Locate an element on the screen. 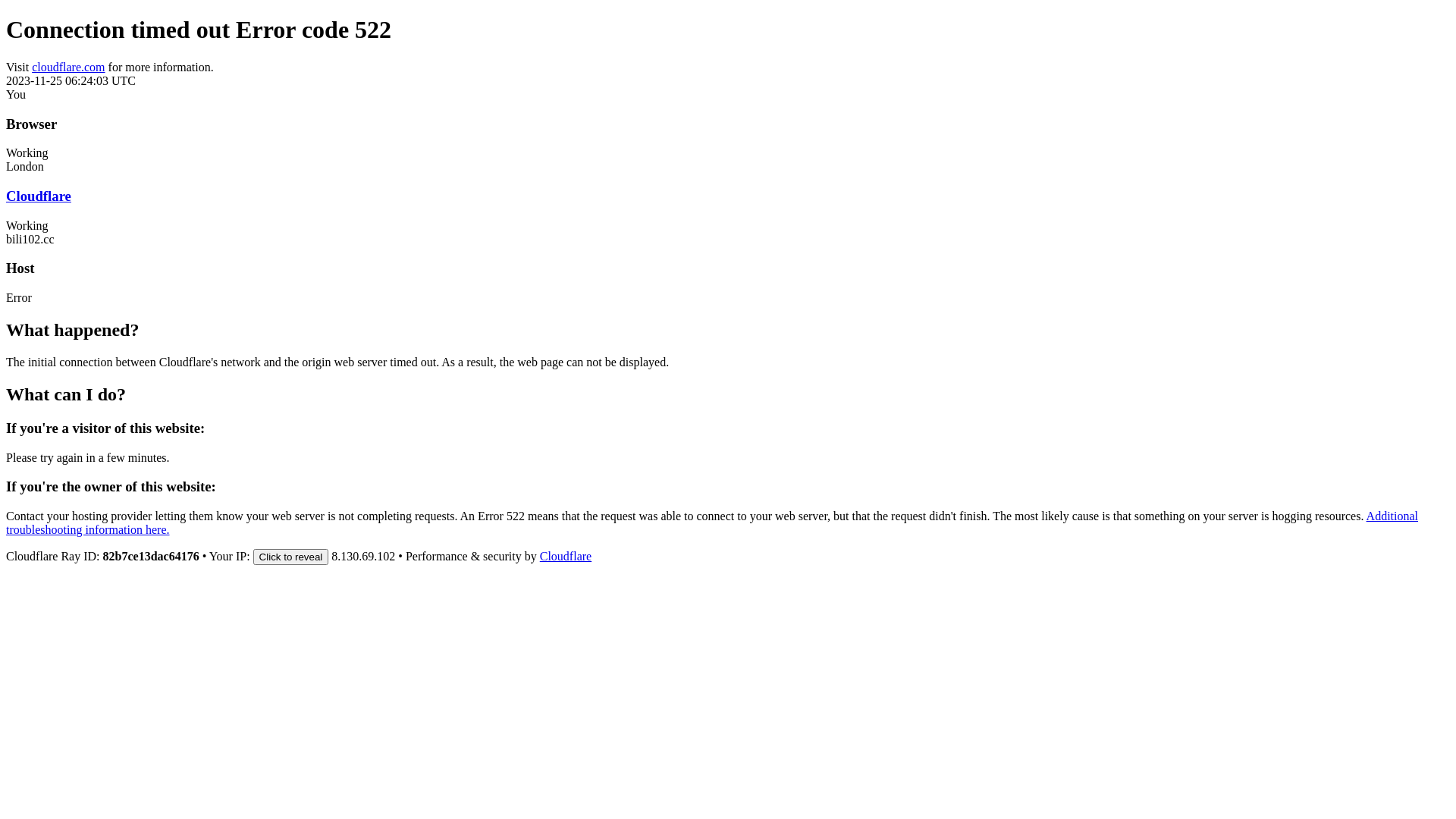 The width and height of the screenshot is (1456, 819). 'Cloudflare' is located at coordinates (539, 556).